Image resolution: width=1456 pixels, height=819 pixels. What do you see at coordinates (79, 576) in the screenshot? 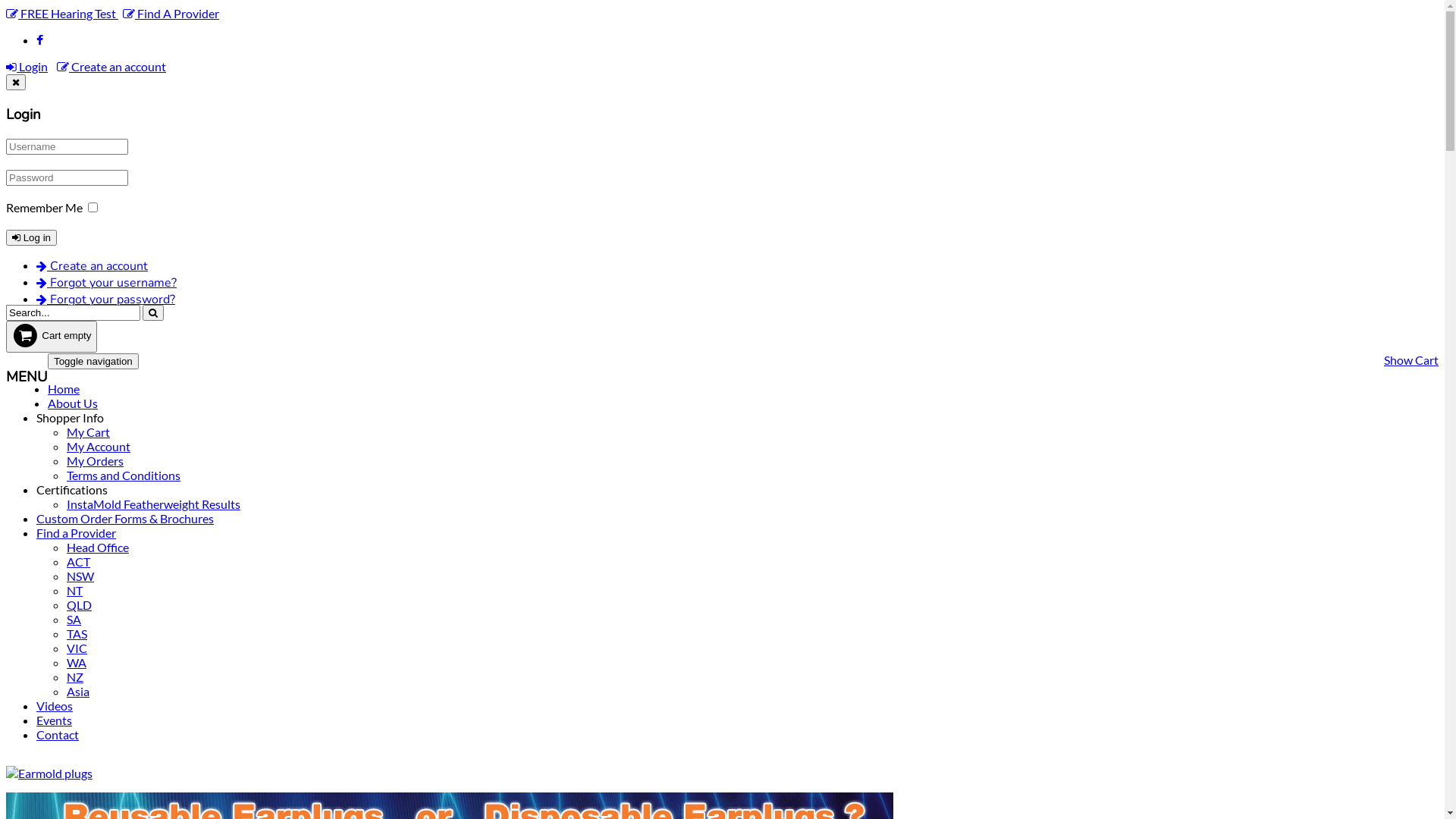
I see `'NSW'` at bounding box center [79, 576].